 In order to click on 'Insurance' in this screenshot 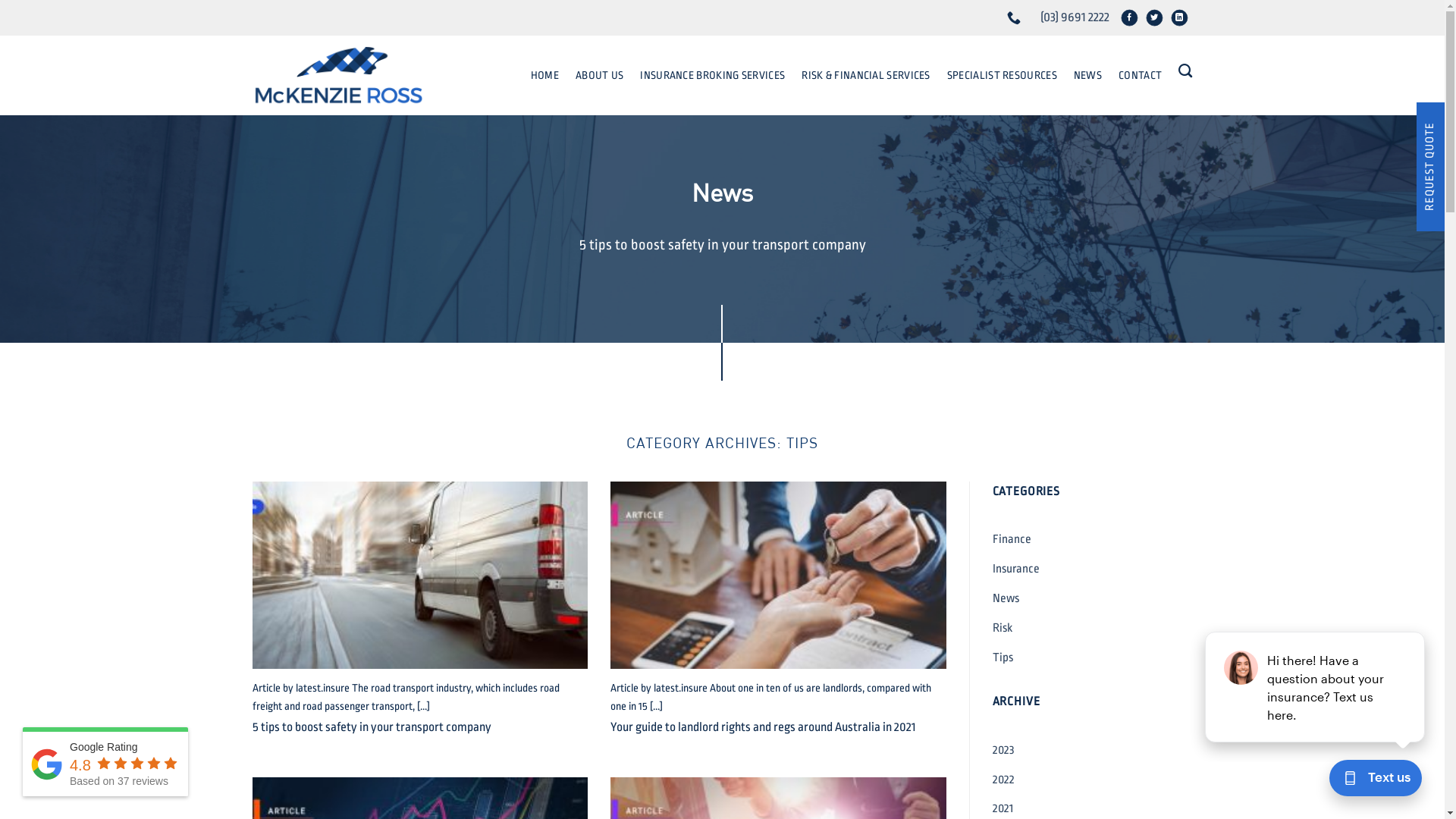, I will do `click(1015, 569)`.